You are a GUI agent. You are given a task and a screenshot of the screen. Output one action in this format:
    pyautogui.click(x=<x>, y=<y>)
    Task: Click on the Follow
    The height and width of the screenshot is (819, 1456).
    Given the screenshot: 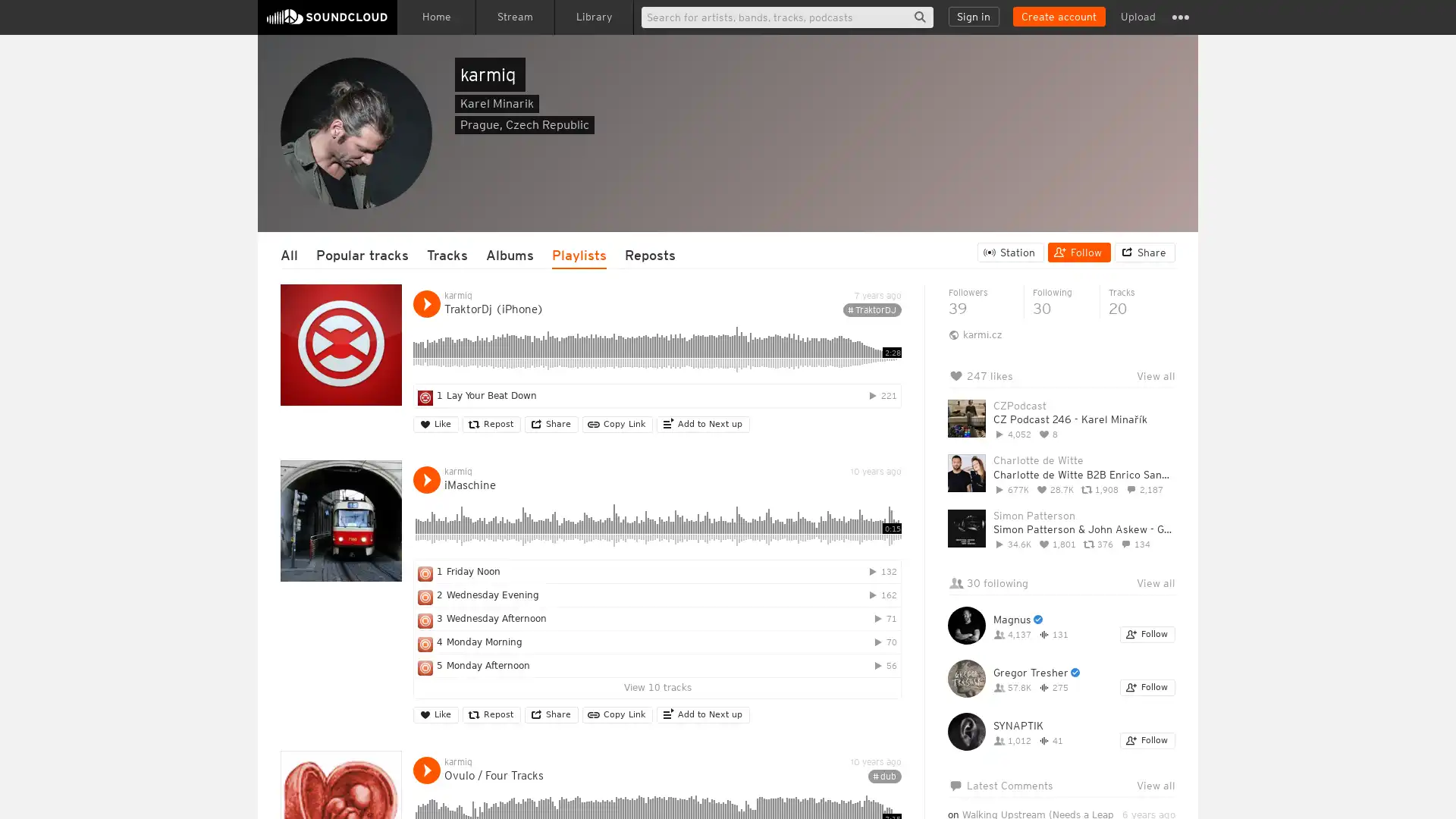 What is the action you would take?
    pyautogui.click(x=1147, y=687)
    